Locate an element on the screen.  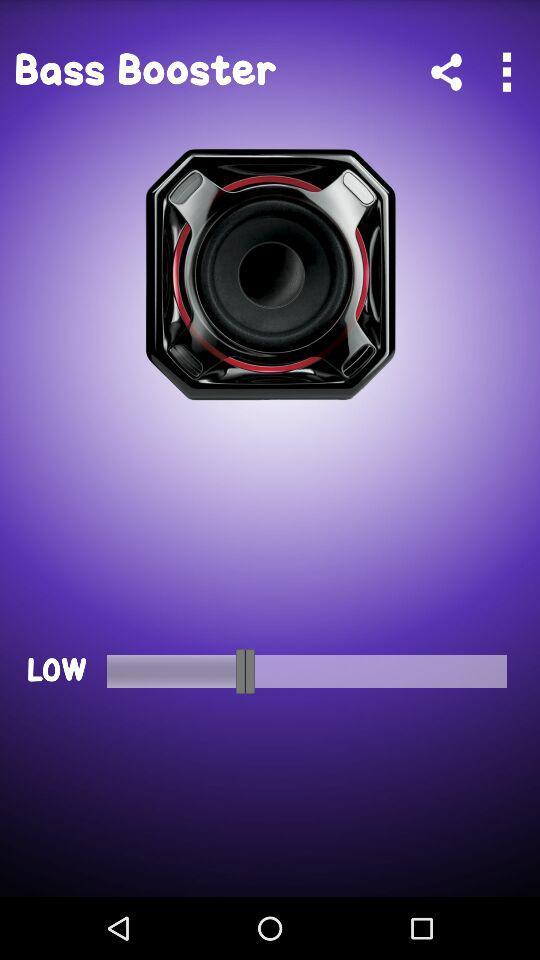
share the item is located at coordinates (446, 72).